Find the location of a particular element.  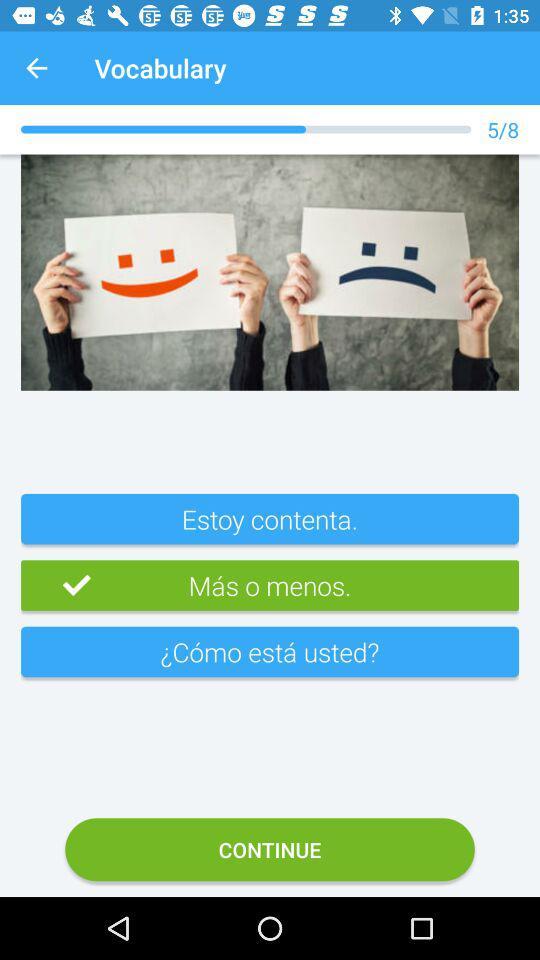

the image given in the page is located at coordinates (270, 272).